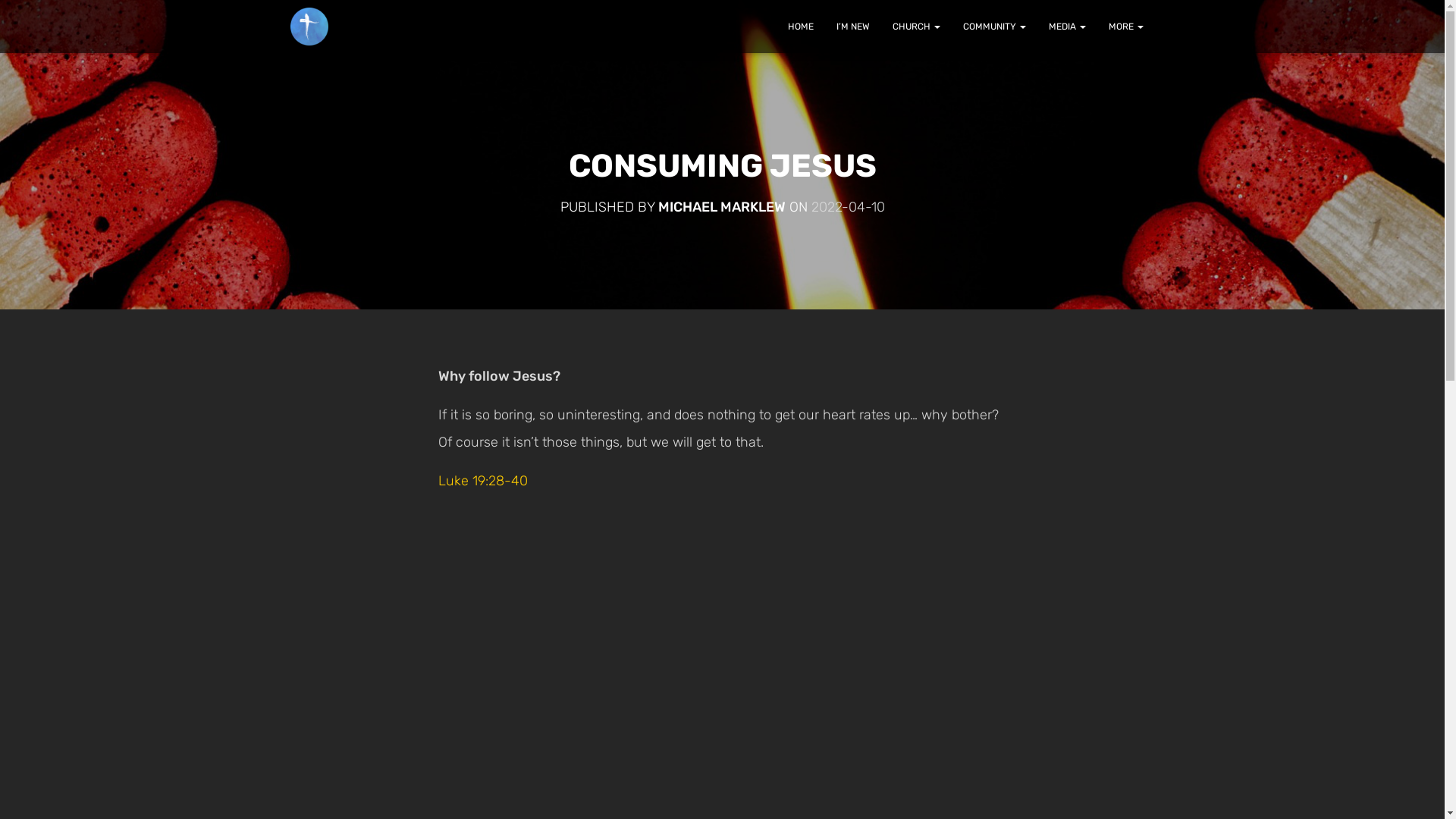 The image size is (1456, 819). Describe the element at coordinates (1125, 26) in the screenshot. I see `'MORE'` at that location.